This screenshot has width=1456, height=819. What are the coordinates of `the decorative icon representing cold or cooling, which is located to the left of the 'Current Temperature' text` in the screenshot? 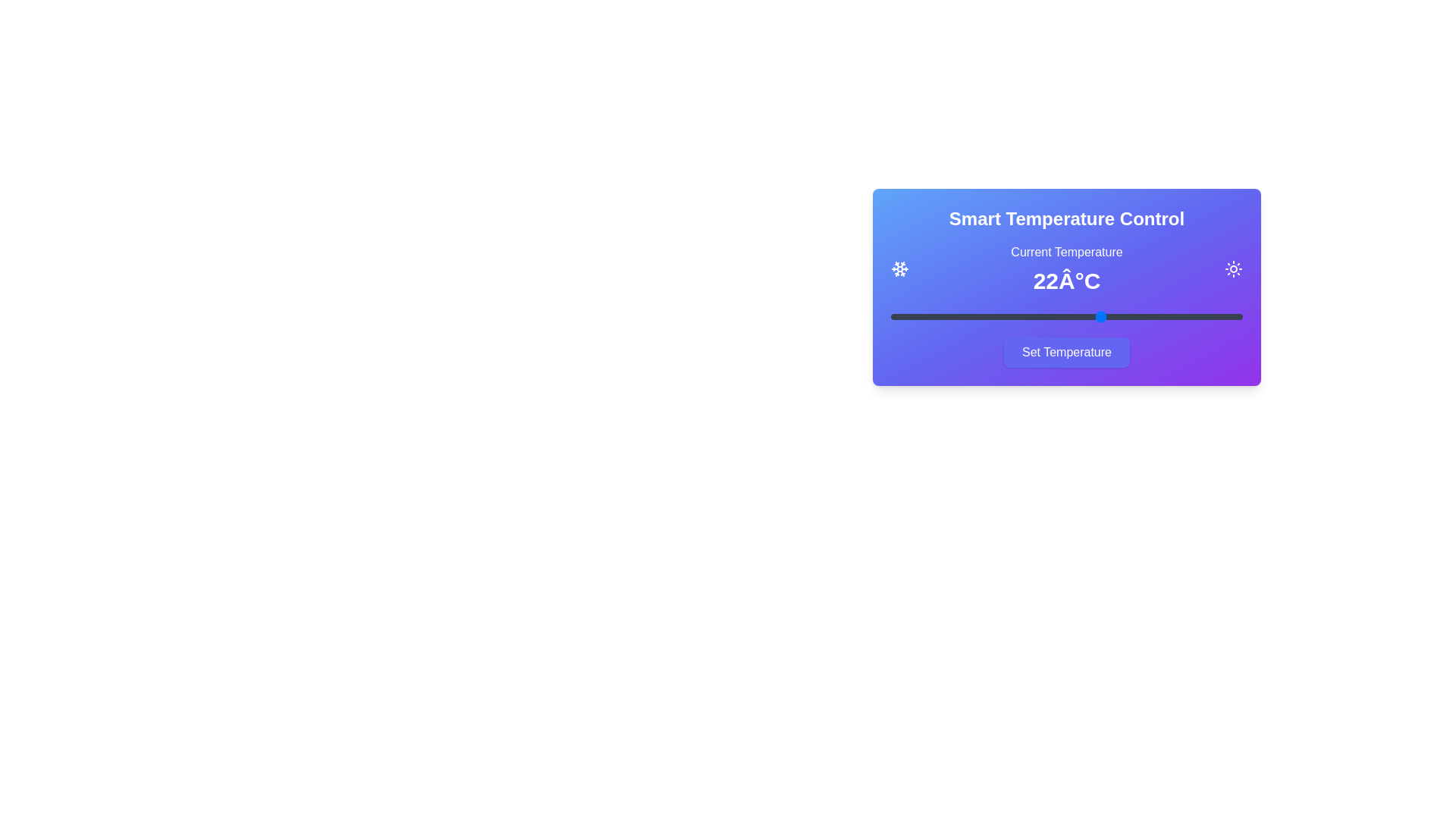 It's located at (899, 268).